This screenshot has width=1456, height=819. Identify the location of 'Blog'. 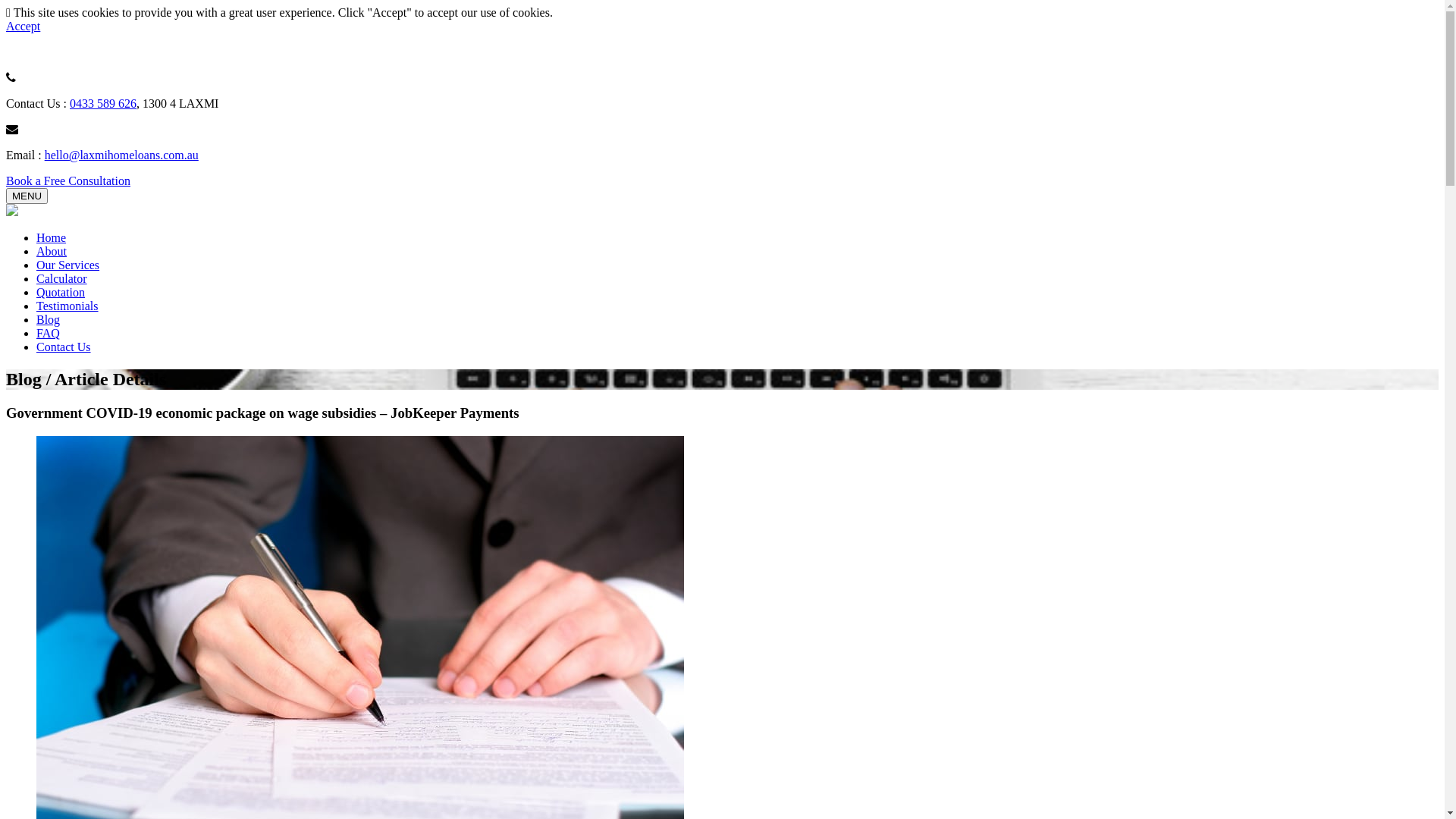
(48, 318).